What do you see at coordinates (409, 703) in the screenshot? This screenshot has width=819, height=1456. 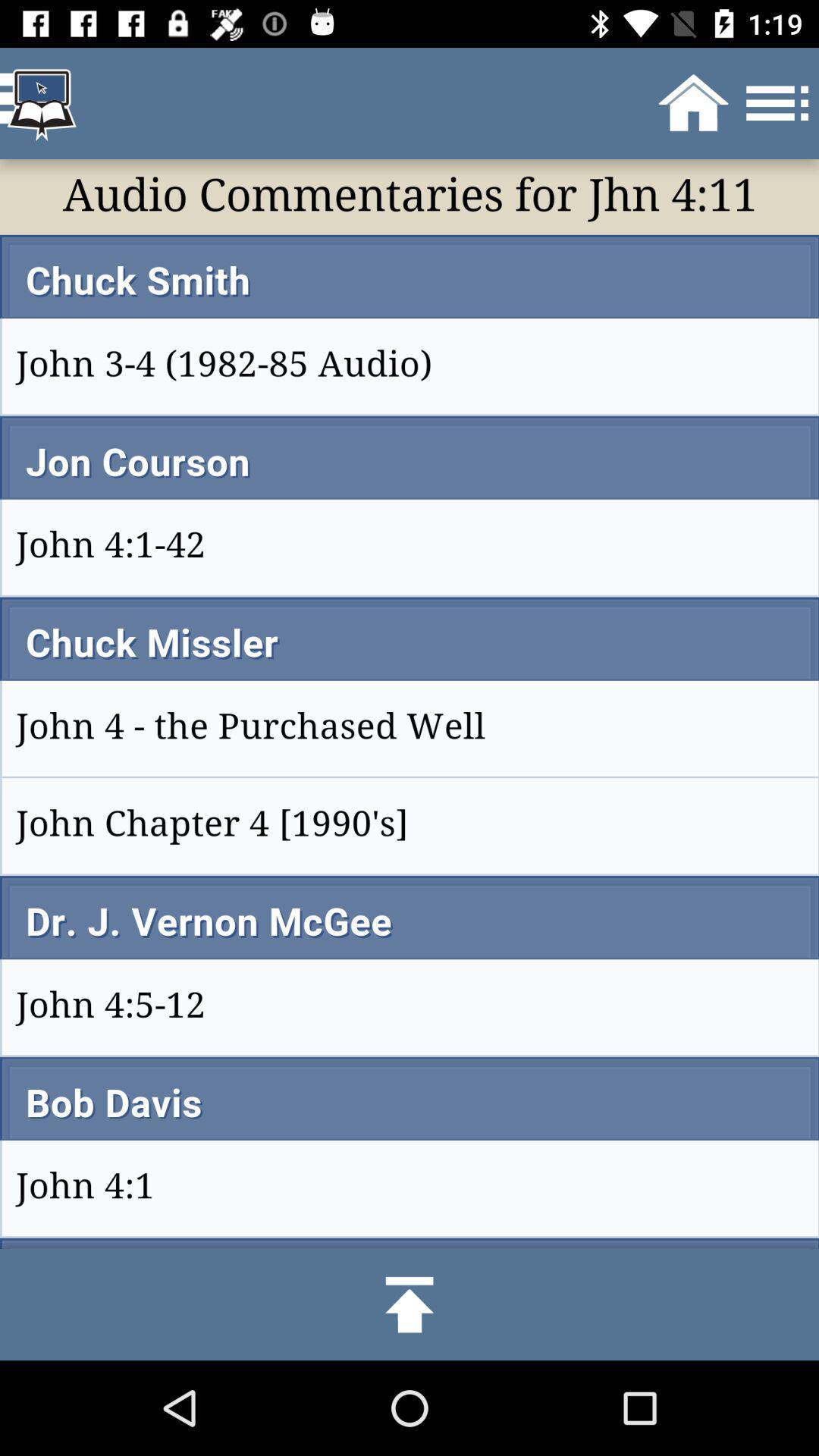 I see `audio commentaries` at bounding box center [409, 703].